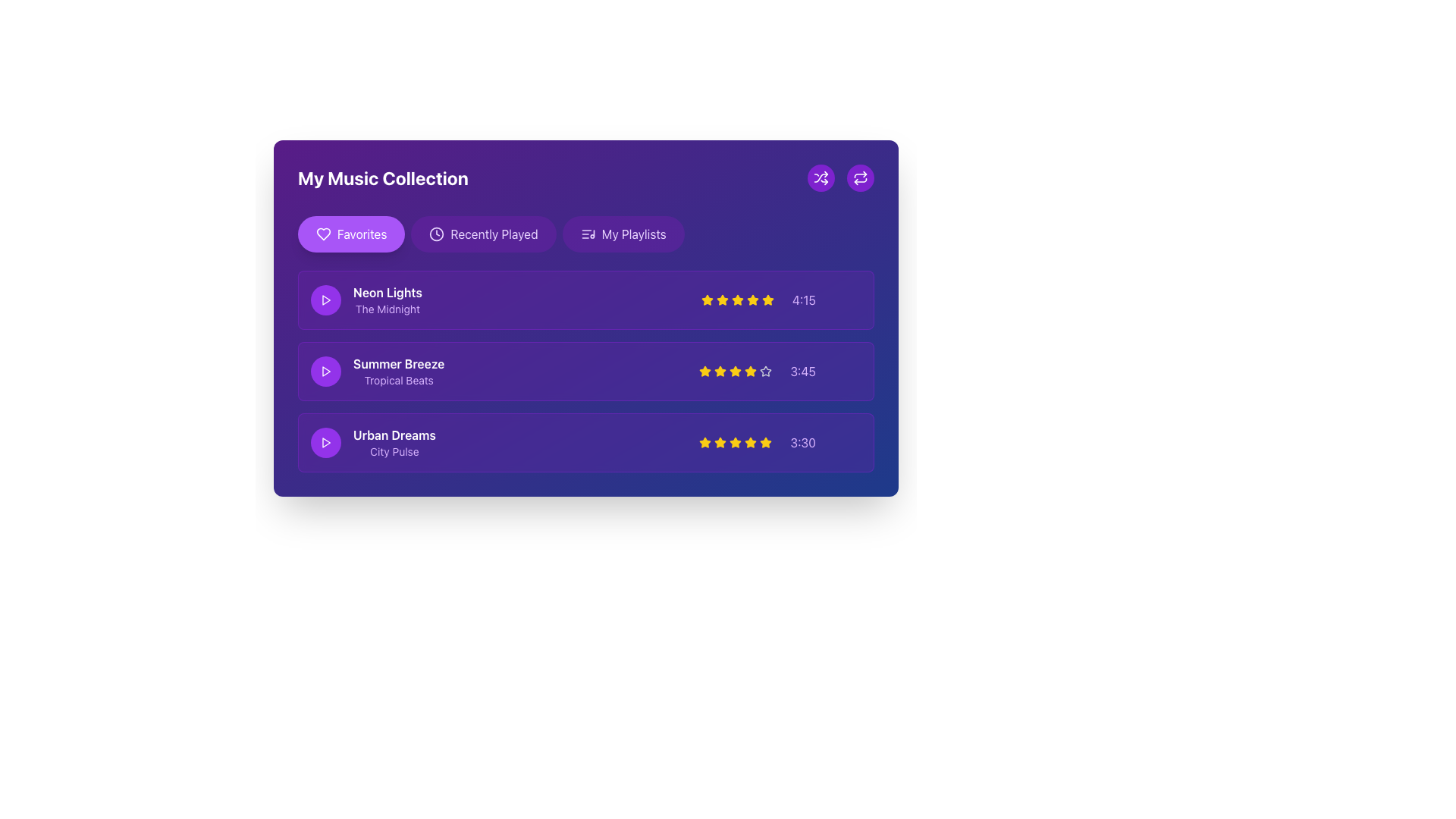  I want to click on title of the music track displayed in the text label located in the first row of the song list, positioned above the subtitle 'The Midnight', so click(388, 292).